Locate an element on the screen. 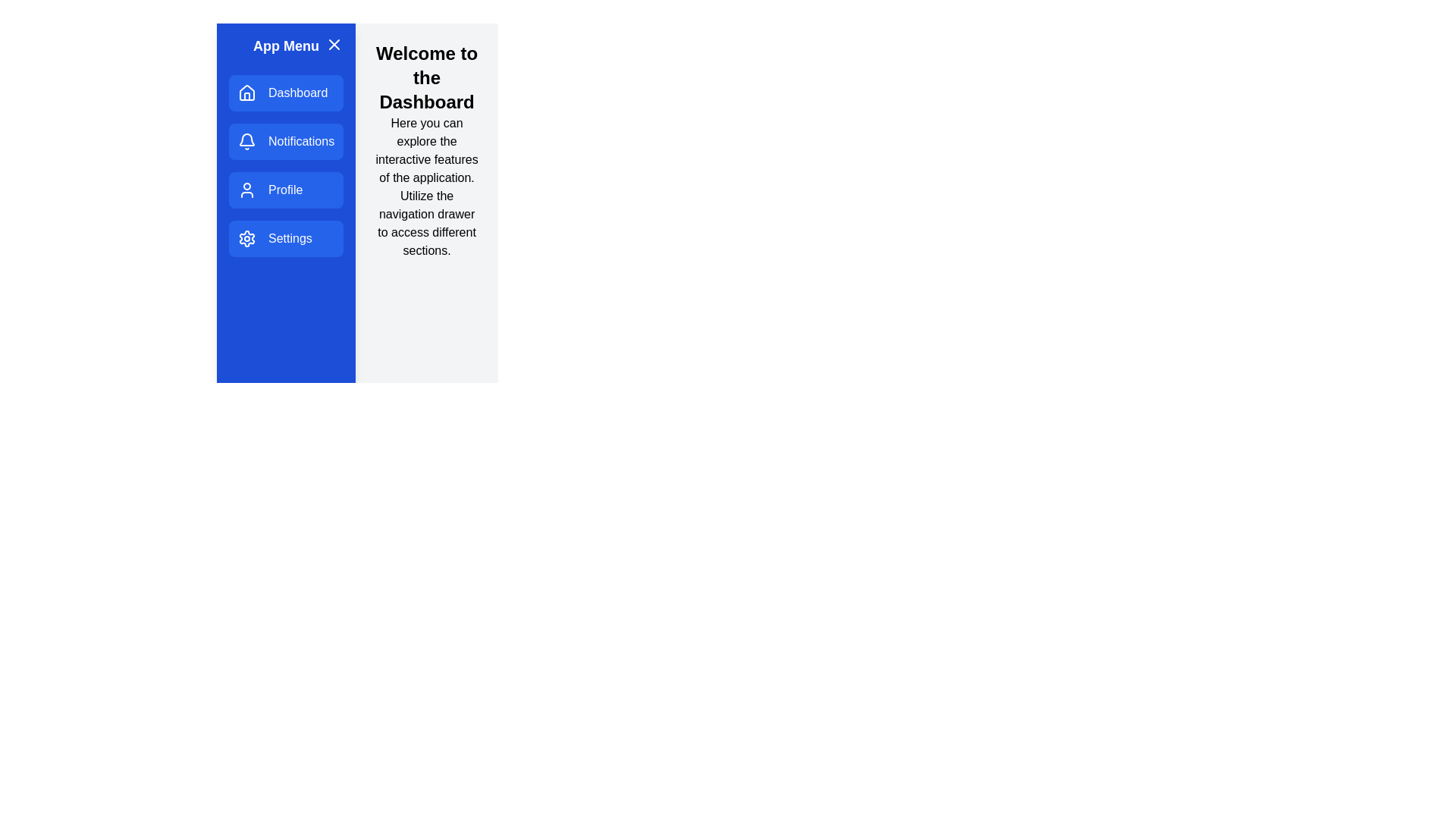  the blue rectangular button with rounded corners labeled 'Dashboard' in the sidebar menu is located at coordinates (286, 93).